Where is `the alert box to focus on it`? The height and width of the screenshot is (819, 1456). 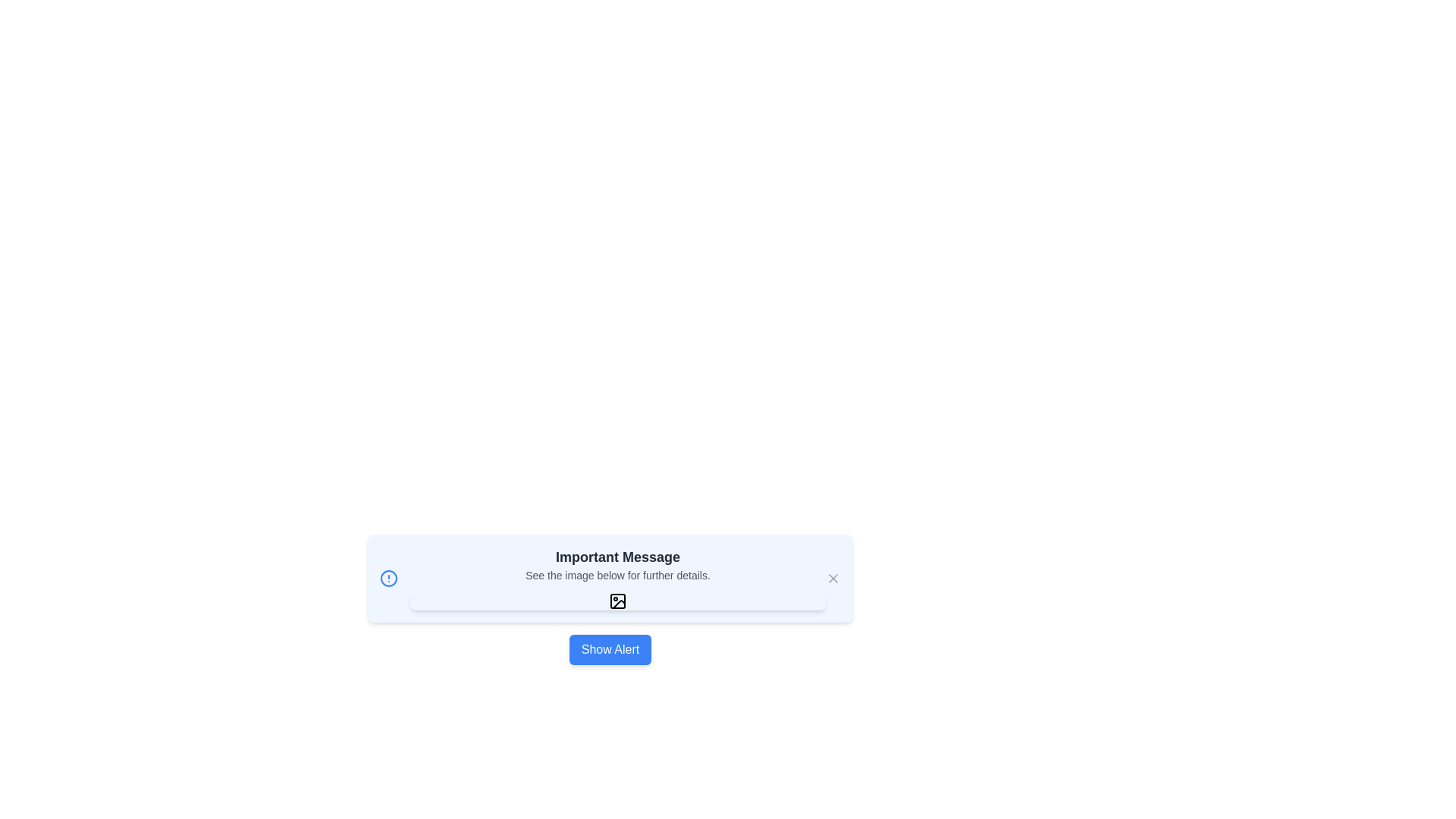
the alert box to focus on it is located at coordinates (610, 579).